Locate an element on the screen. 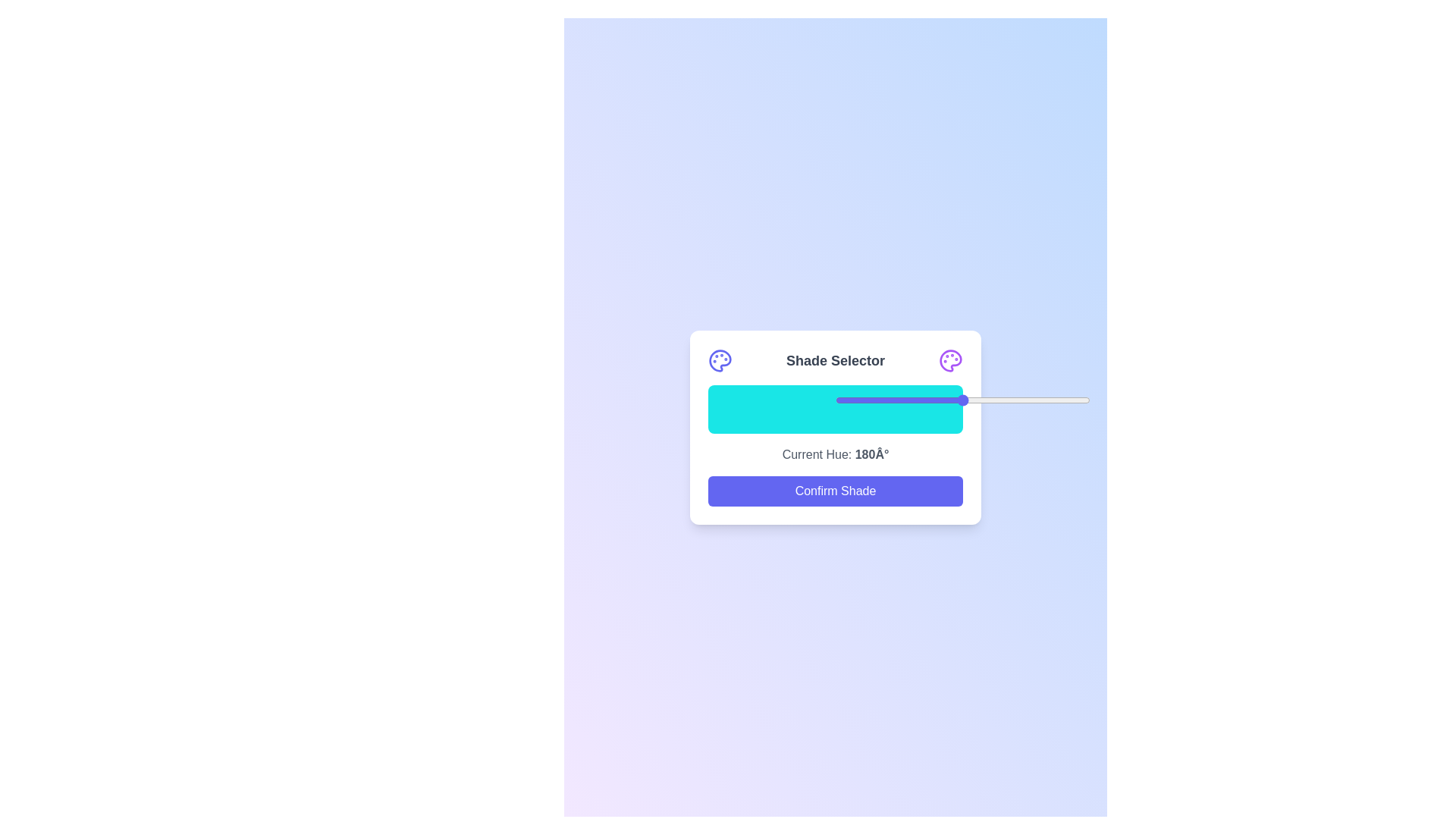 The height and width of the screenshot is (819, 1456). the shade slider to 75 to observe the corresponding color is located at coordinates (899, 409).